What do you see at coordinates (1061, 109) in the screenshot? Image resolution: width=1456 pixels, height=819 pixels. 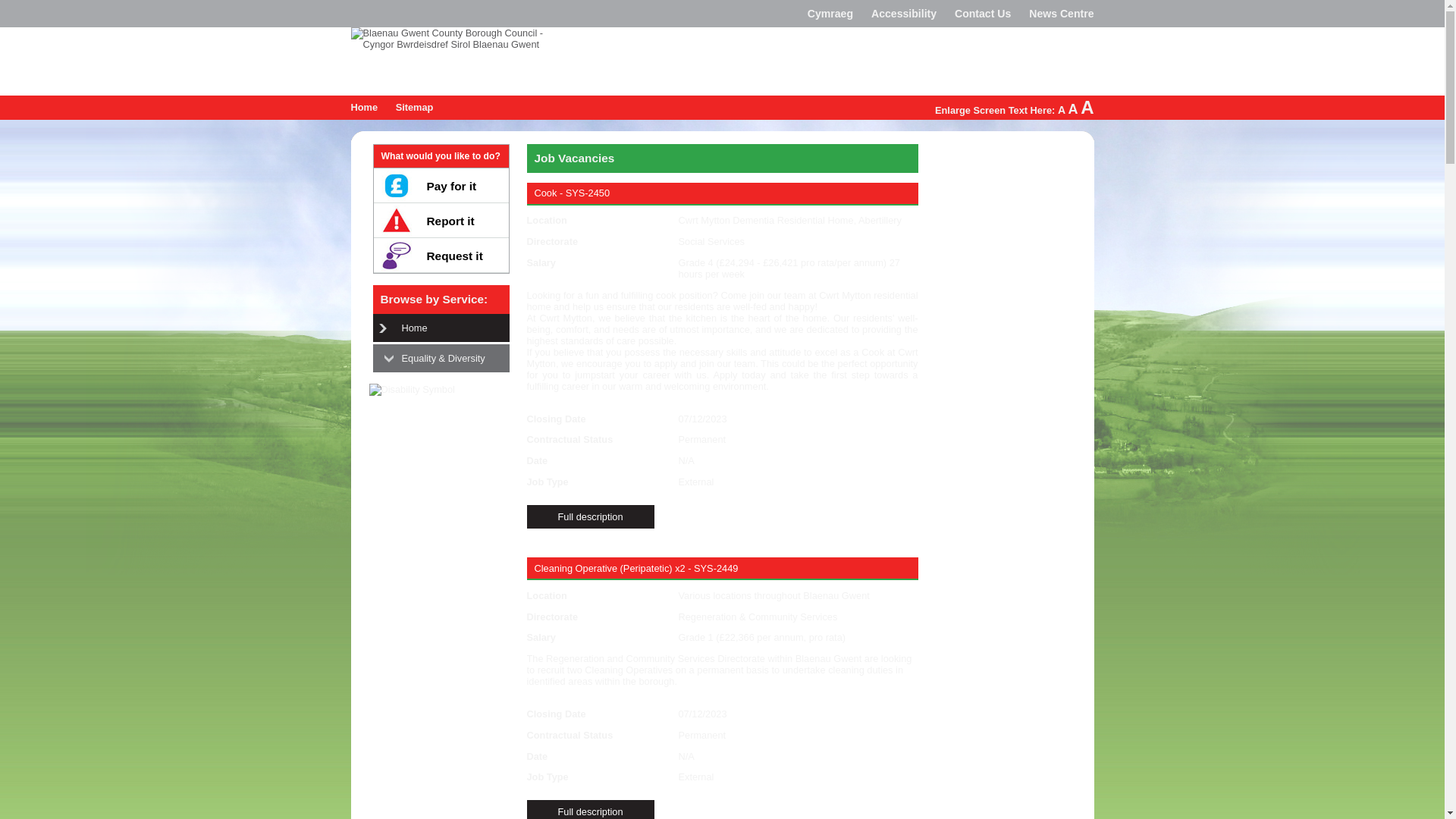 I see `'A'` at bounding box center [1061, 109].